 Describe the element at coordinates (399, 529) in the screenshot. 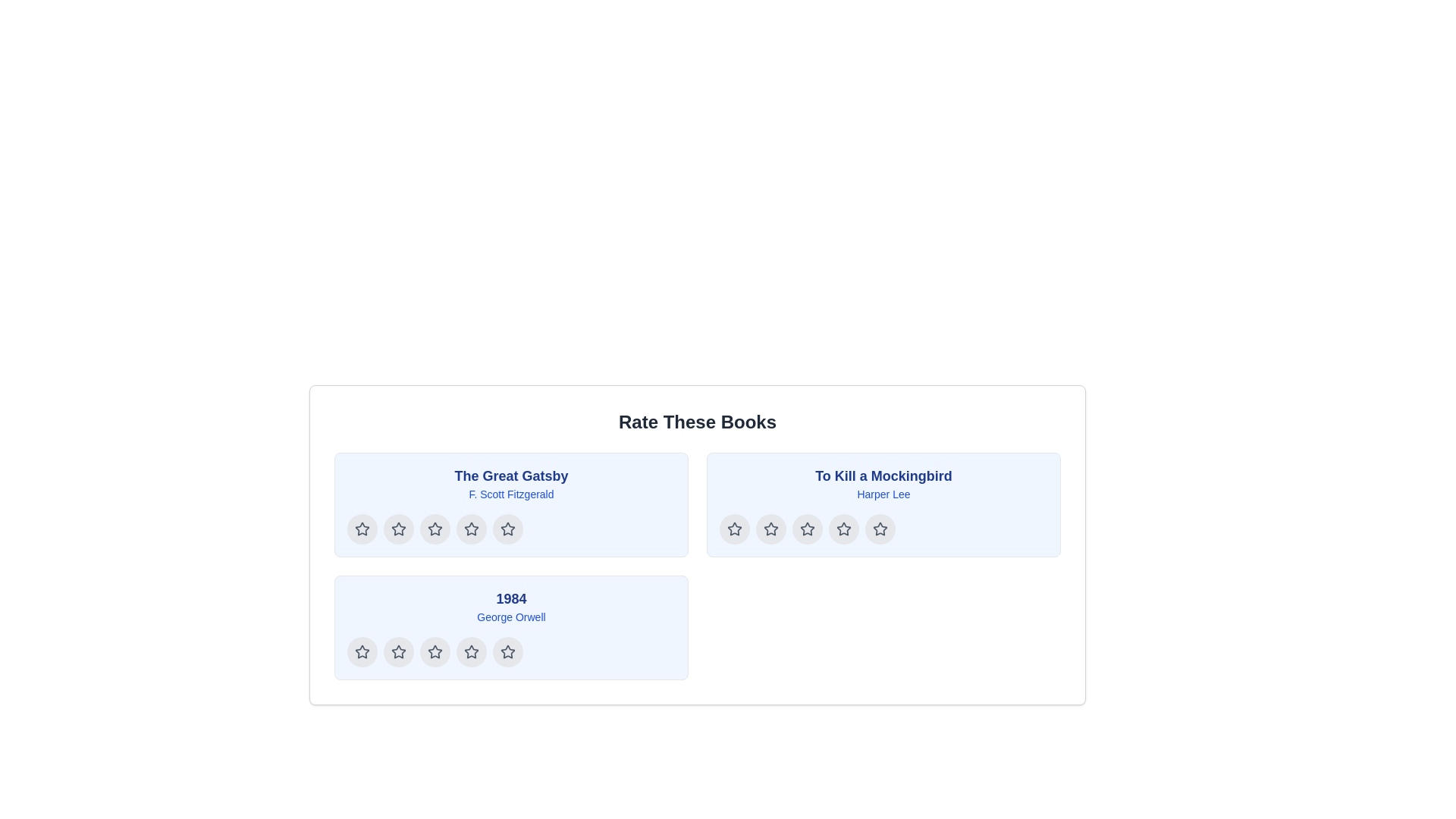

I see `the outlined star icon in gray color, the first star in the five-star rating system for the book 'The Great Gatsby', to rate it` at that location.